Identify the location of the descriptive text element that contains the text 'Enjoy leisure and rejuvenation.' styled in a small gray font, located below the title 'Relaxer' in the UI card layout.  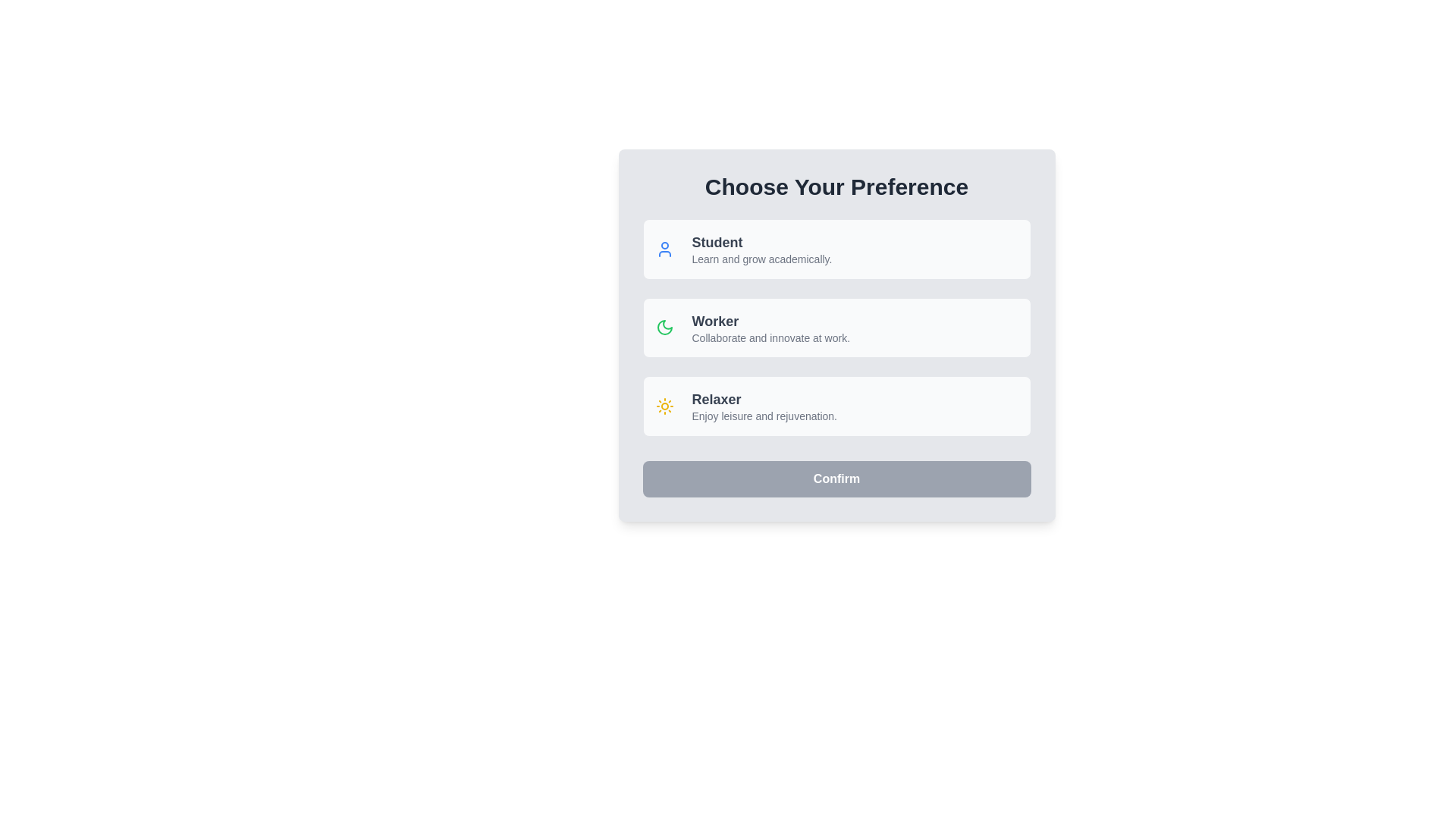
(764, 416).